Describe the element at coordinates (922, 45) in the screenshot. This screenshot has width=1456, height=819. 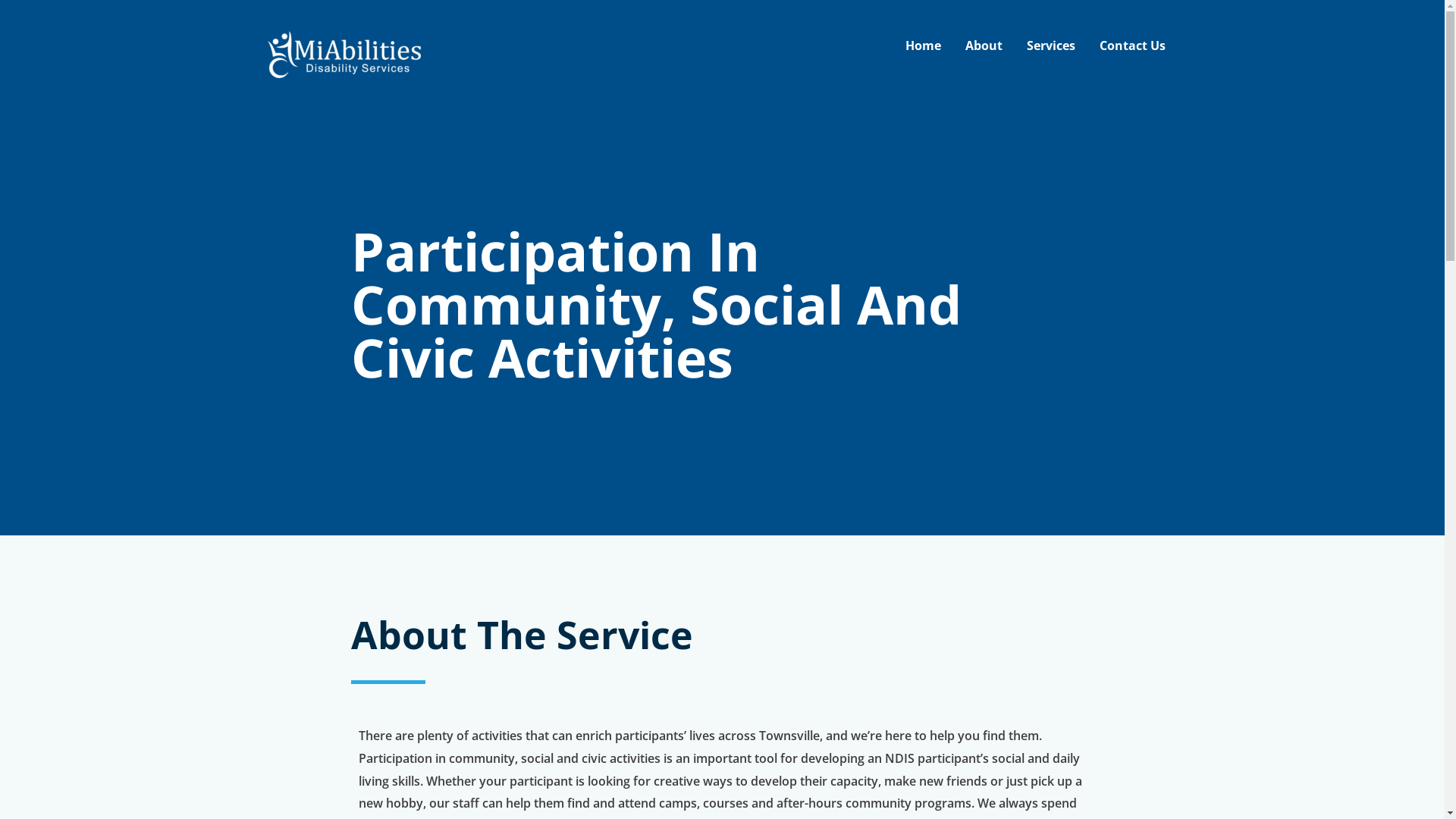
I see `'Home'` at that location.